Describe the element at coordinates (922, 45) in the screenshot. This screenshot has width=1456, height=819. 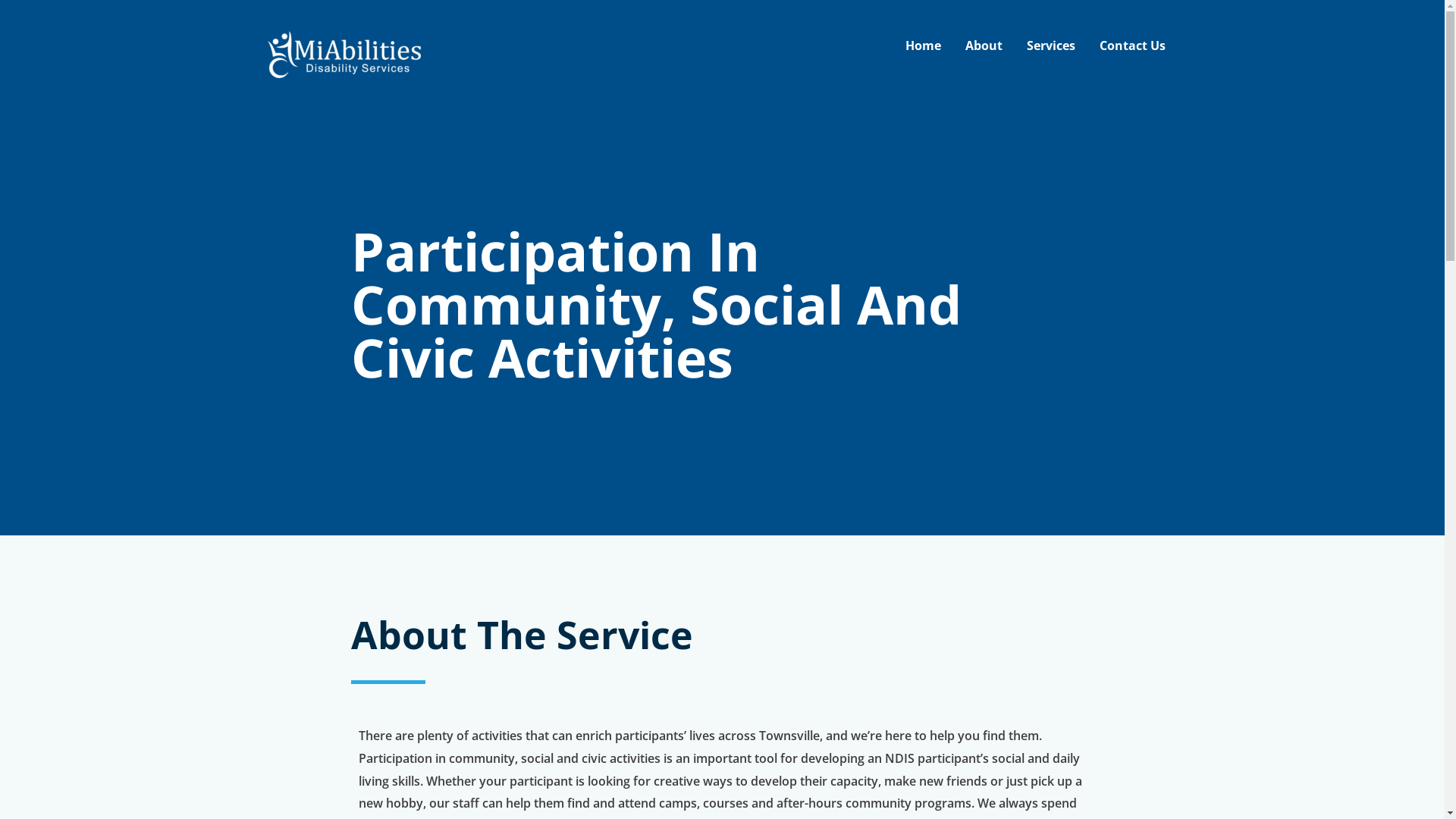
I see `'Home'` at that location.